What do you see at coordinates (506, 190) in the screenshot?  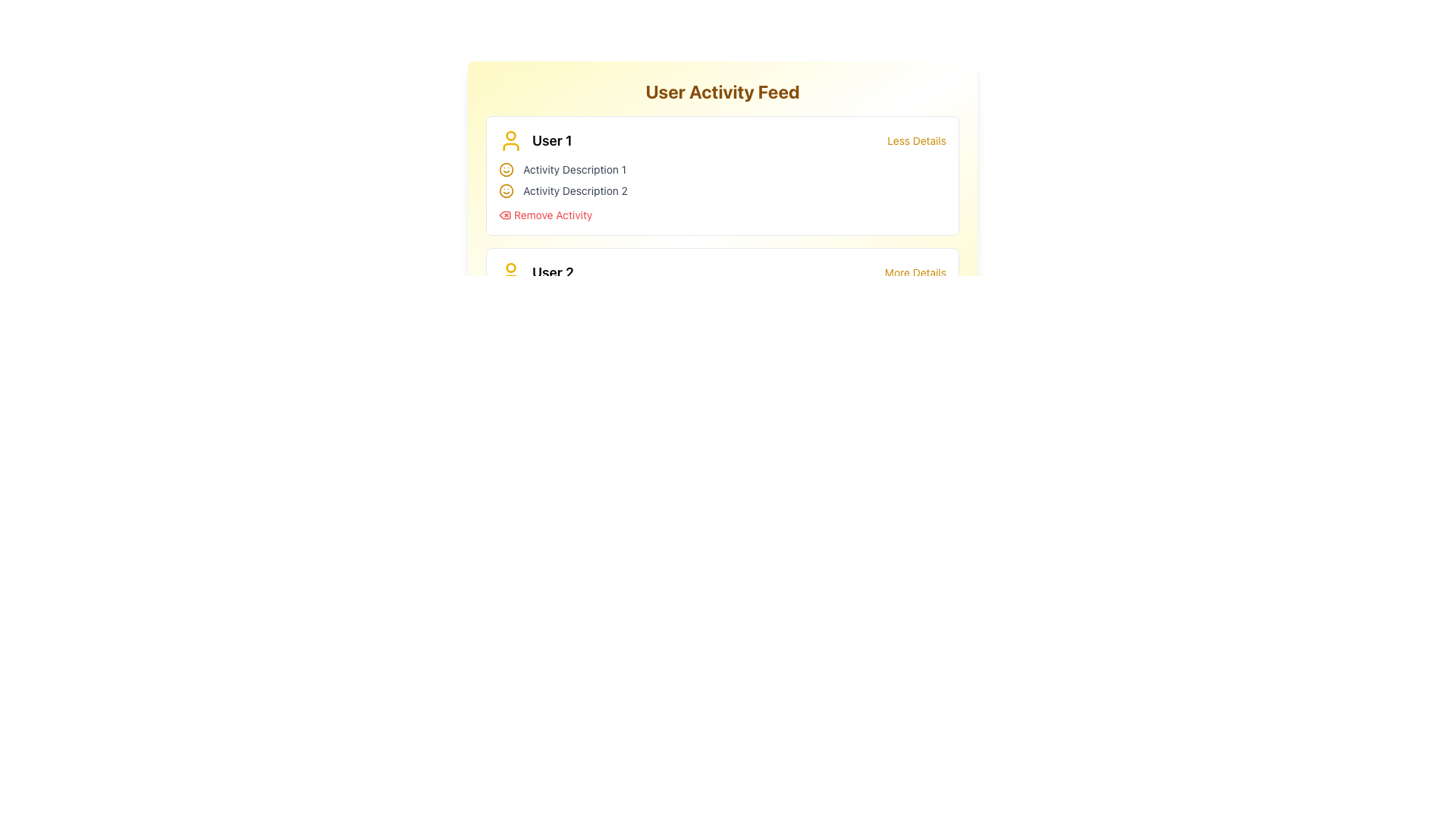 I see `the small yellow smiley face icon located directly to the left of 'Activity Description 2' in the user activity feed` at bounding box center [506, 190].